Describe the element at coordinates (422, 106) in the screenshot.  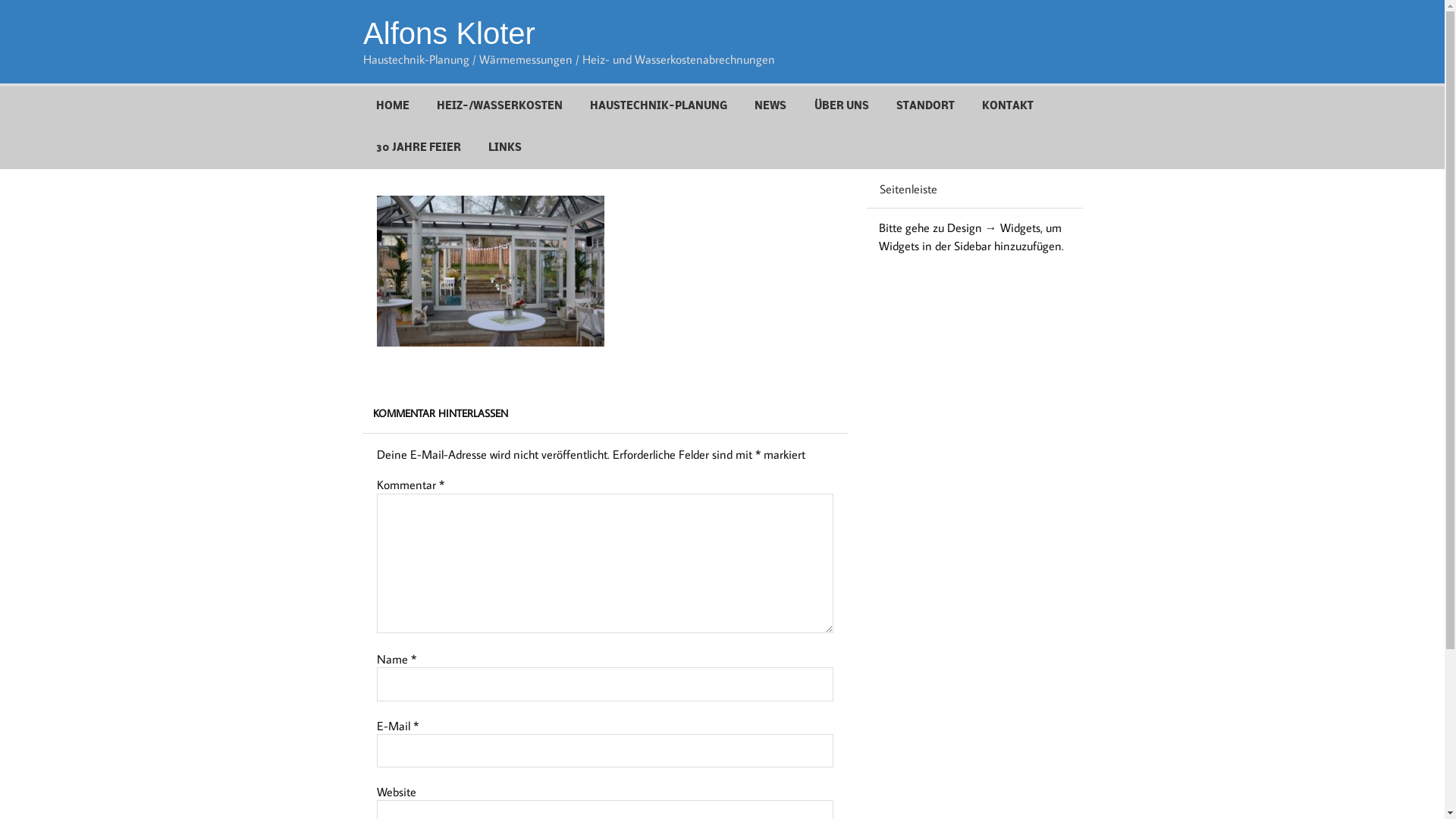
I see `'HEIZ-/WASSERKOSTEN'` at that location.